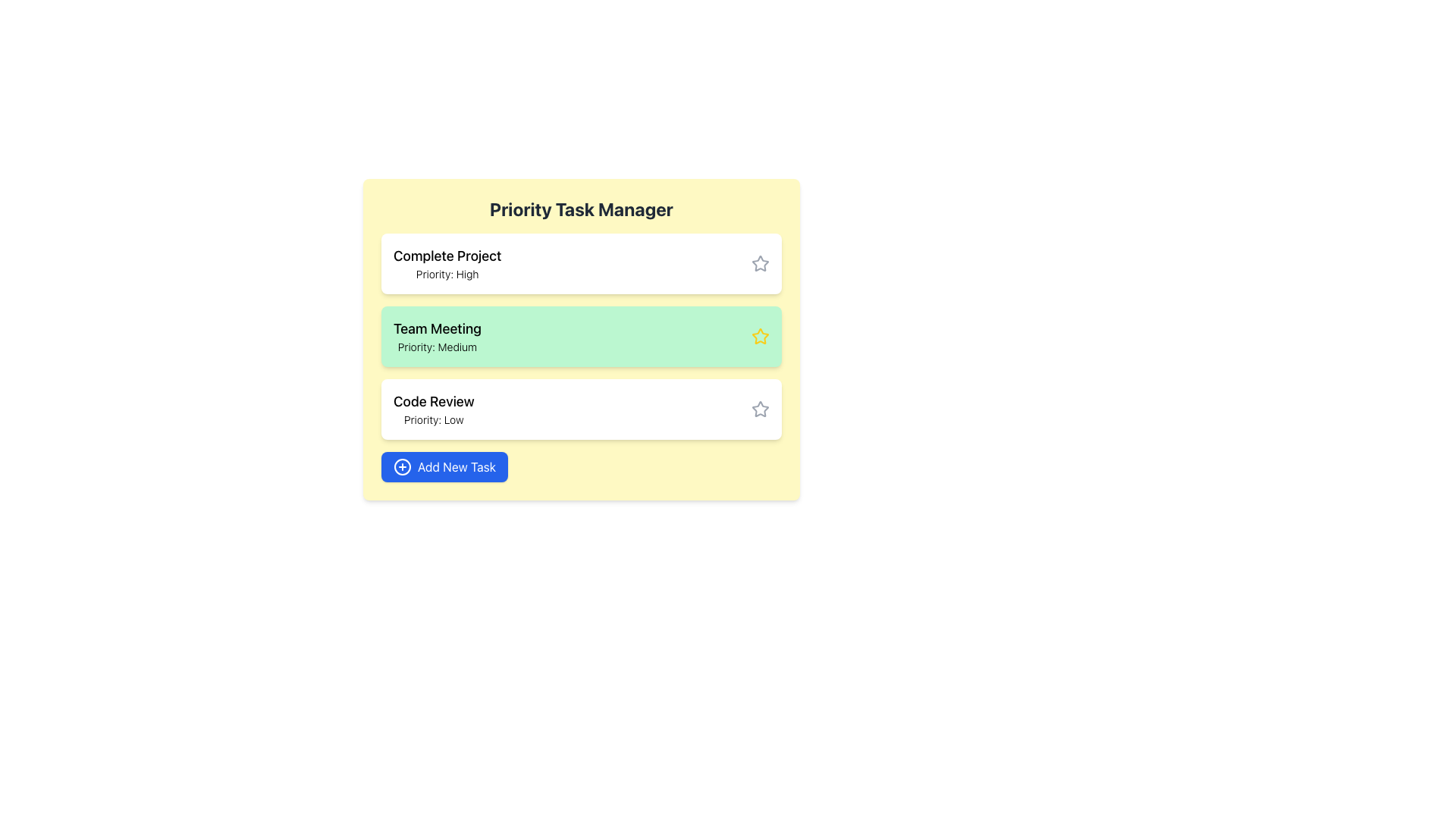 The width and height of the screenshot is (1456, 819). Describe the element at coordinates (581, 409) in the screenshot. I see `the 'Code Review' task card, which is the third card in the 'Priority Task Manager' list, to trigger visual effects` at that location.